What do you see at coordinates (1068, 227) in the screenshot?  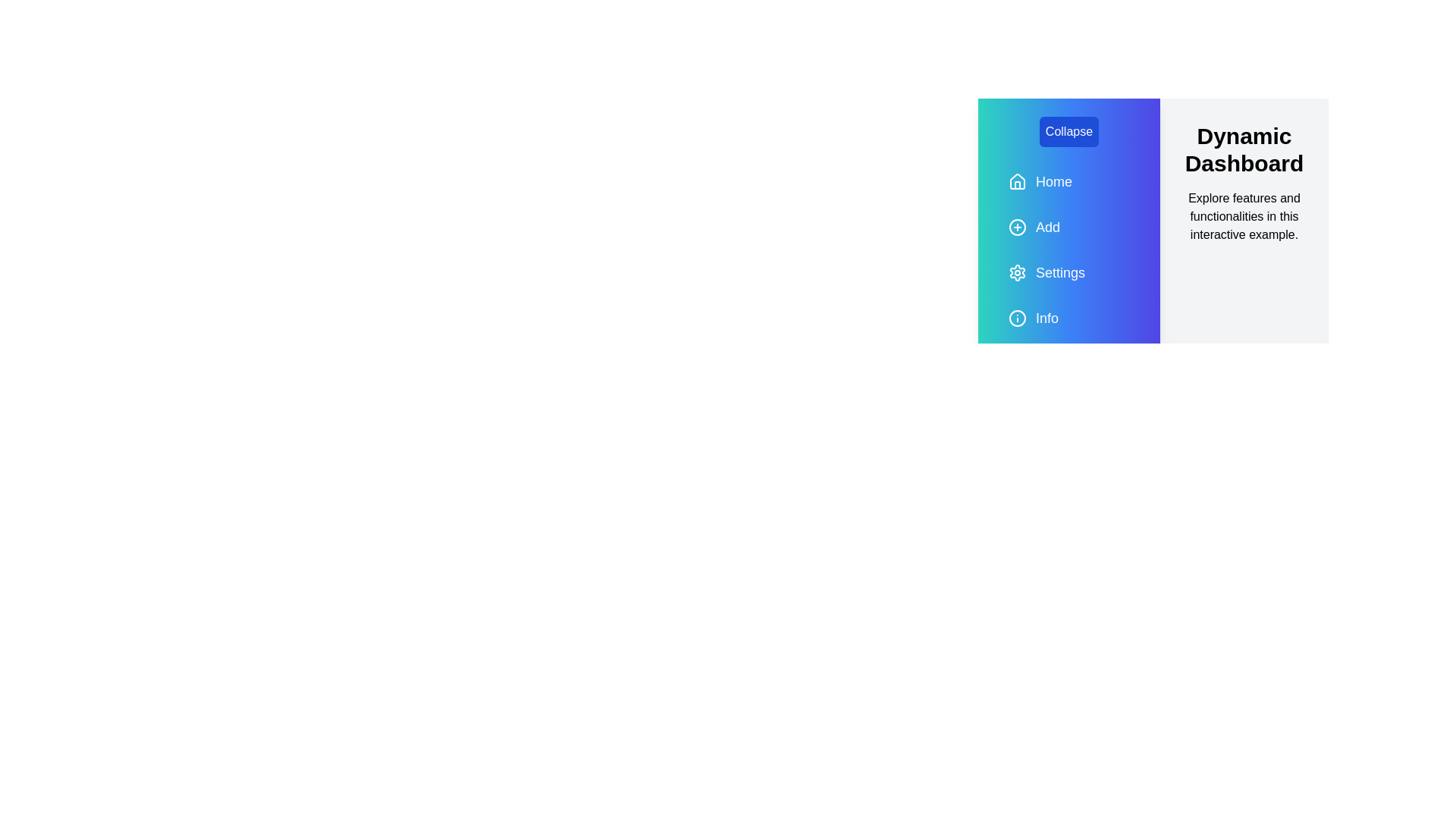 I see `the 'Add' navigation item to navigate to its associated section` at bounding box center [1068, 227].